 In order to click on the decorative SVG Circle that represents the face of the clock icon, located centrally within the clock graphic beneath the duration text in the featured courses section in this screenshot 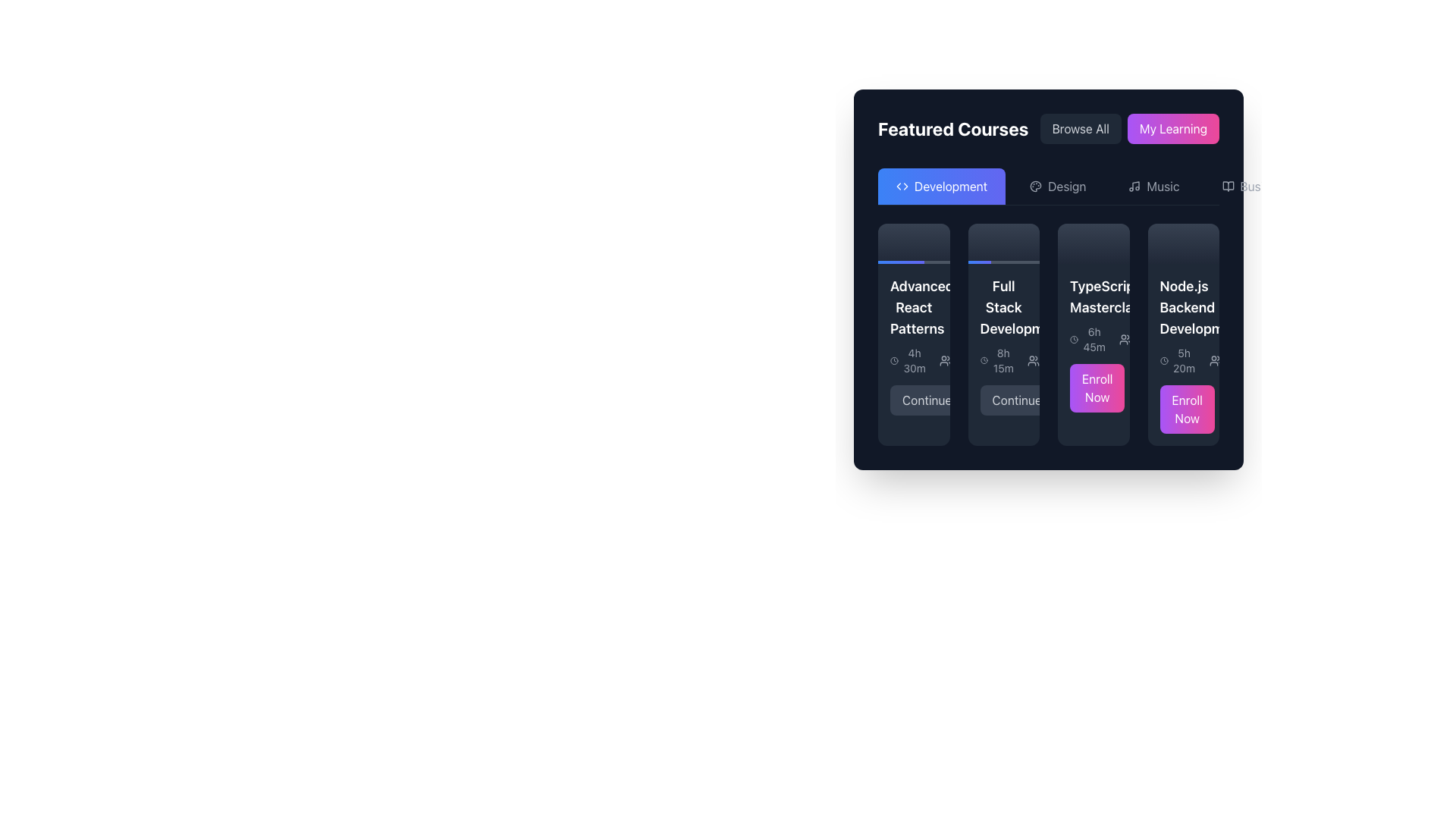, I will do `click(984, 361)`.